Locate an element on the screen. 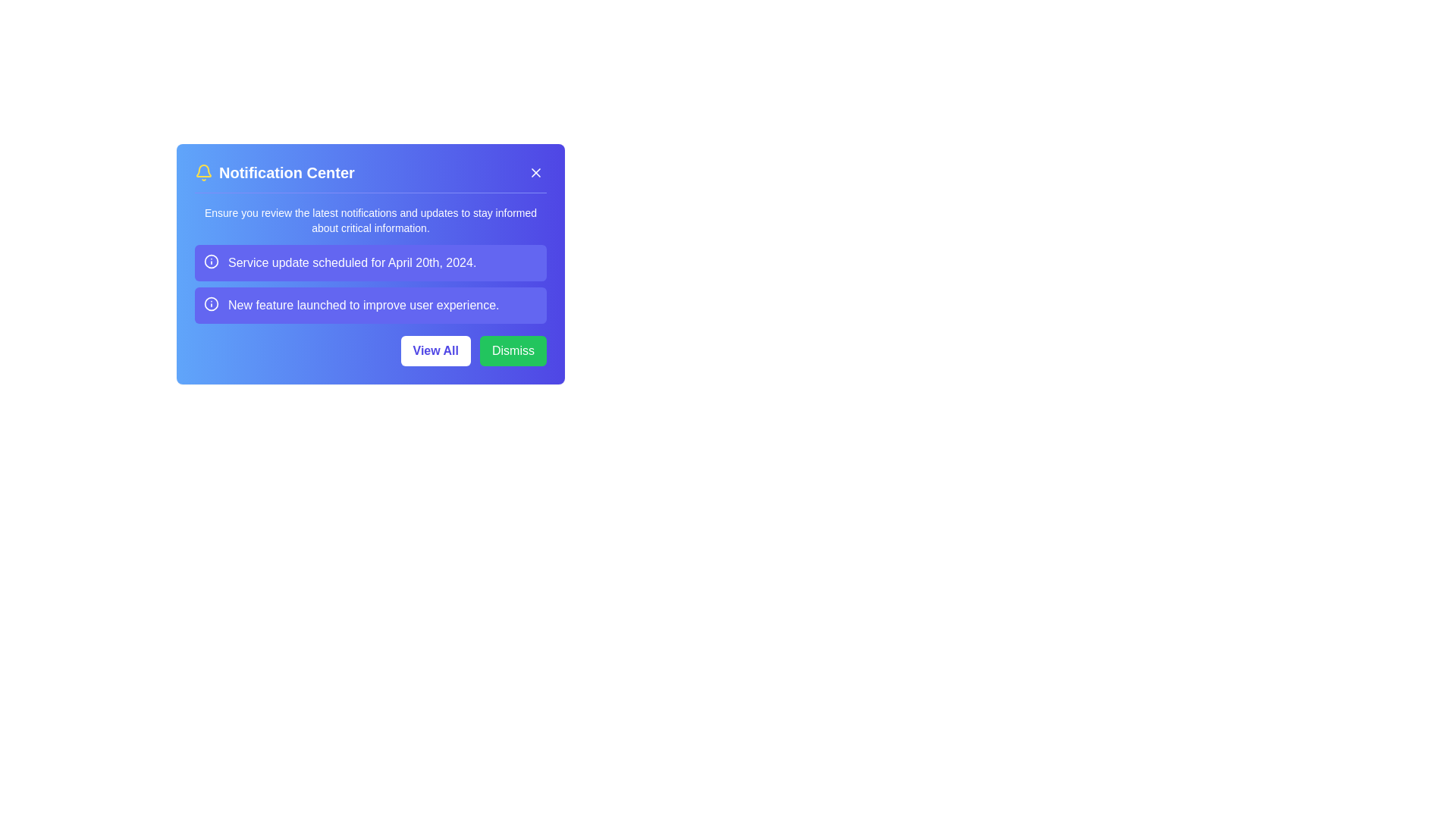  the Text label with an icon located at the top-left part of the notification modal, which serves as a header for user notifications is located at coordinates (275, 171).